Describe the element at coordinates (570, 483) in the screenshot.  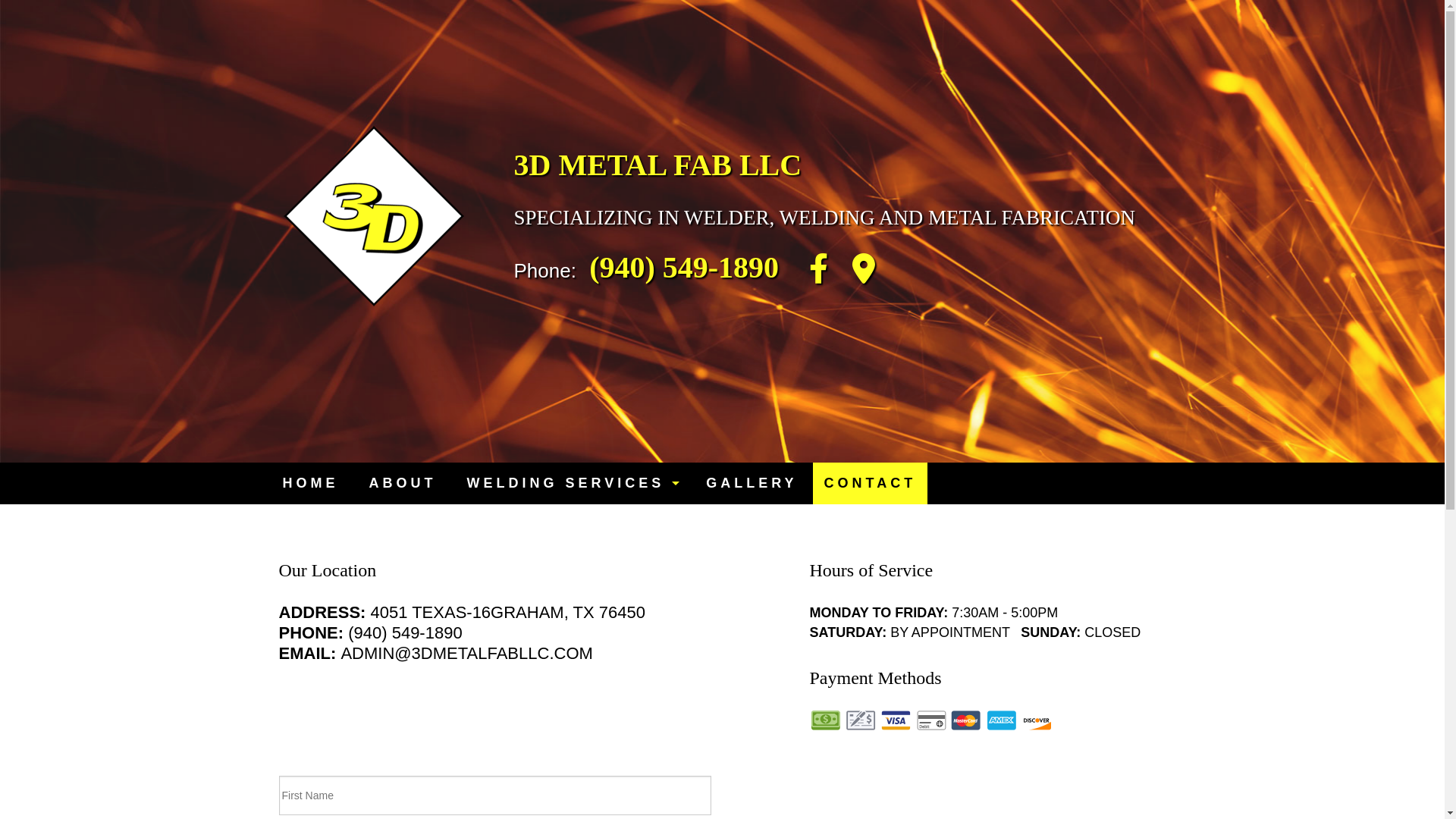
I see `'WELDING SERVICES'` at that location.